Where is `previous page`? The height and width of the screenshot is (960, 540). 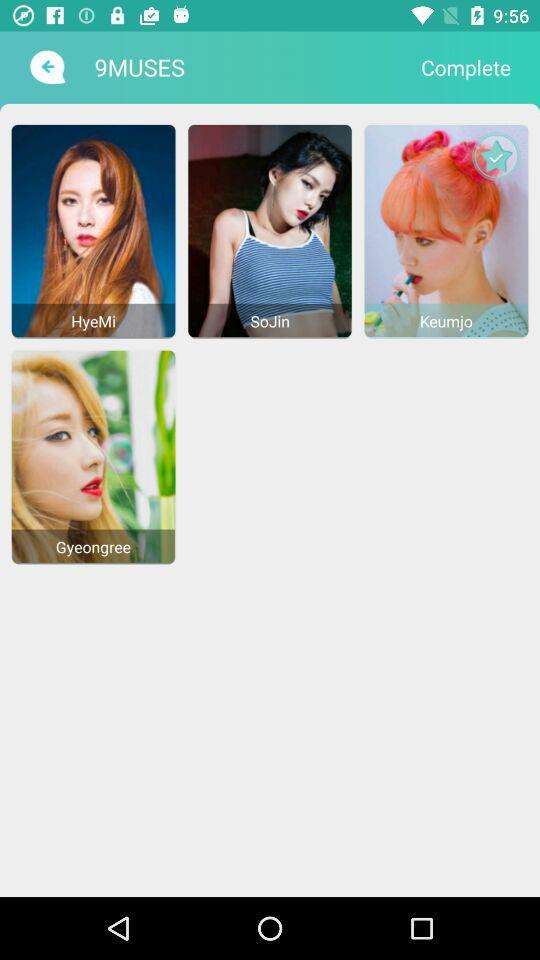 previous page is located at coordinates (45, 67).